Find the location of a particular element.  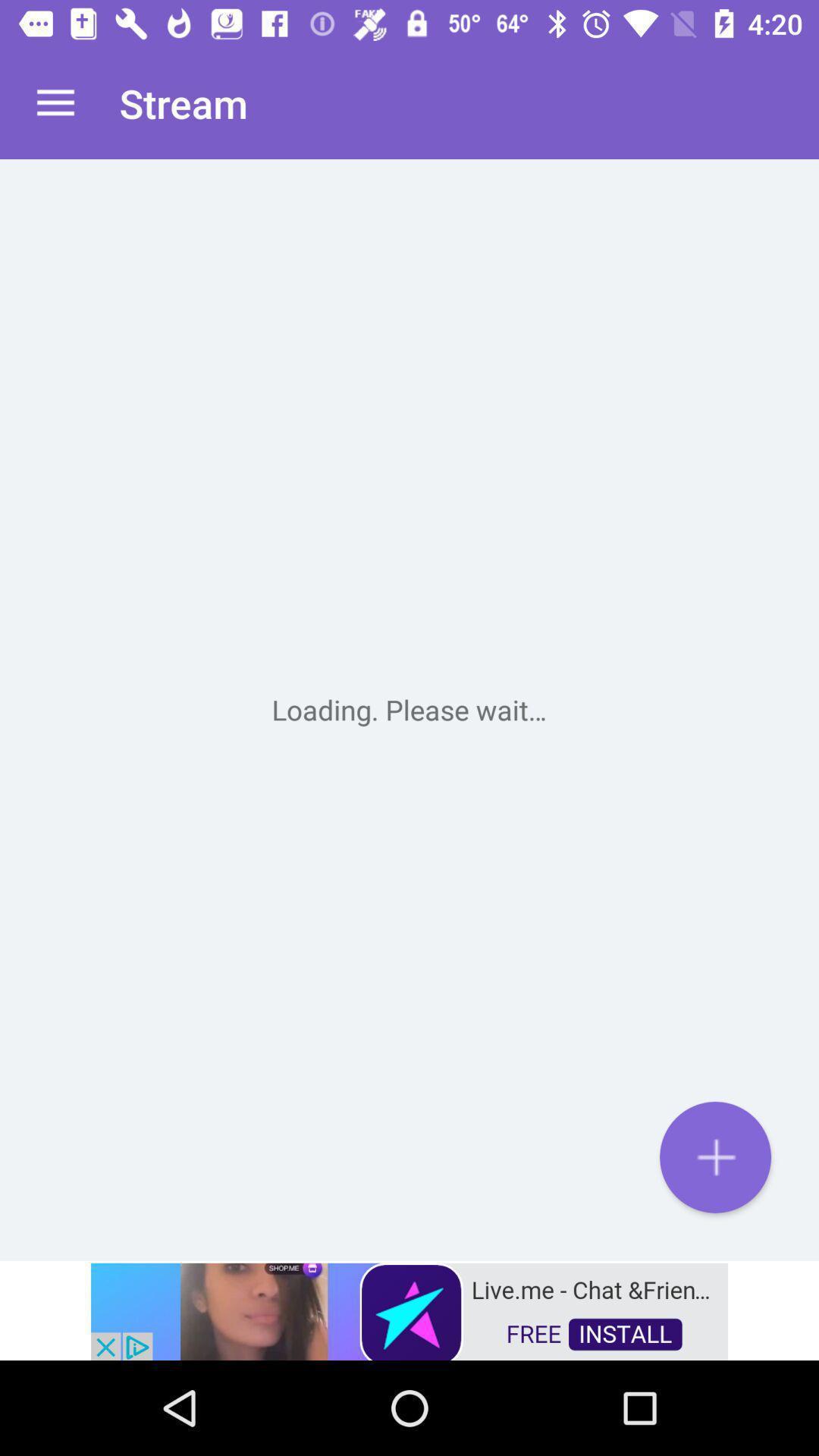

the add icon is located at coordinates (715, 1156).